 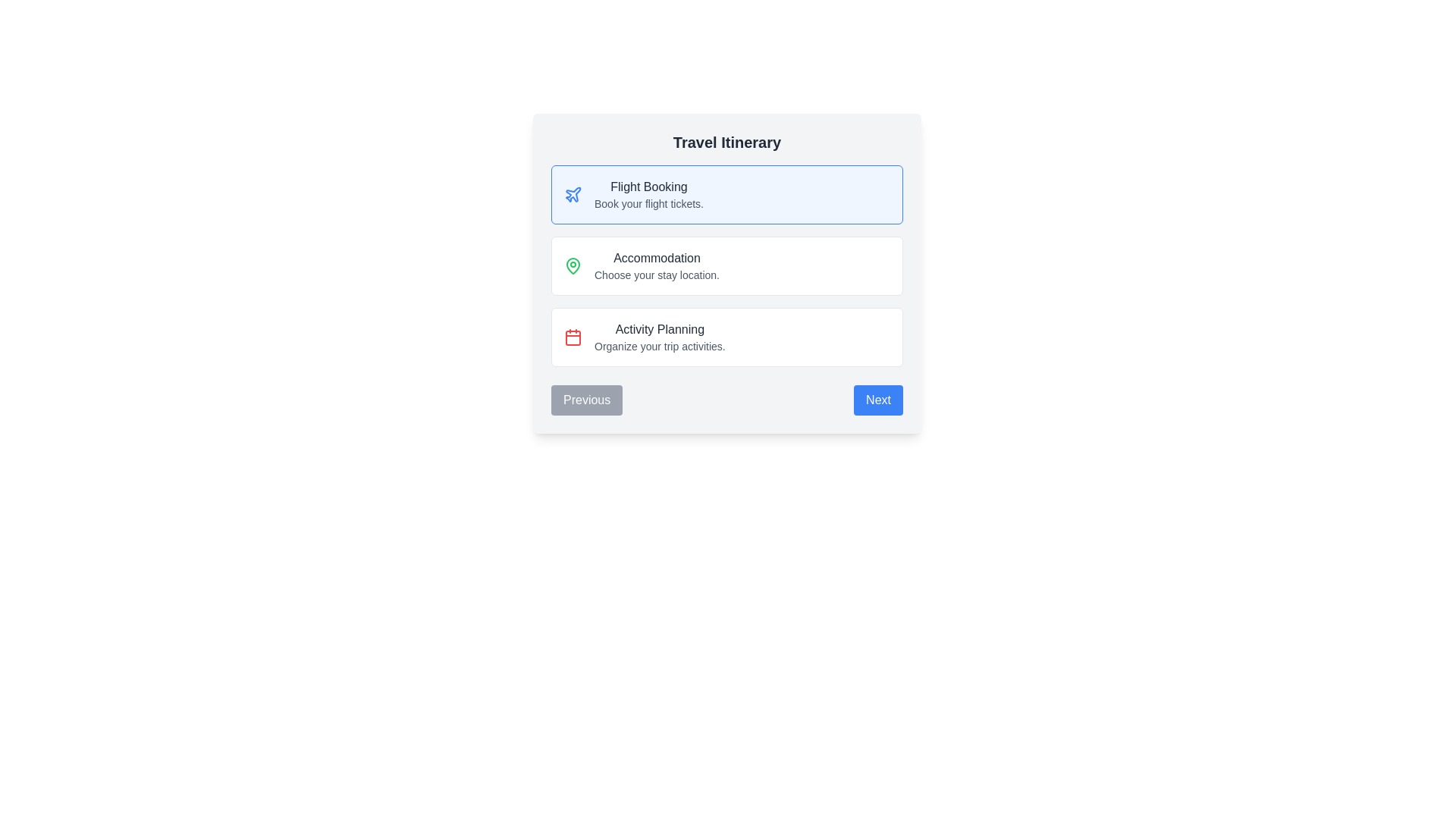 What do you see at coordinates (648, 194) in the screenshot?
I see `the Text block with a header and subheader that introduces flight booking options in the travel itinerary selection interface, located first in the vertical list of options, with a blue background highlight` at bounding box center [648, 194].